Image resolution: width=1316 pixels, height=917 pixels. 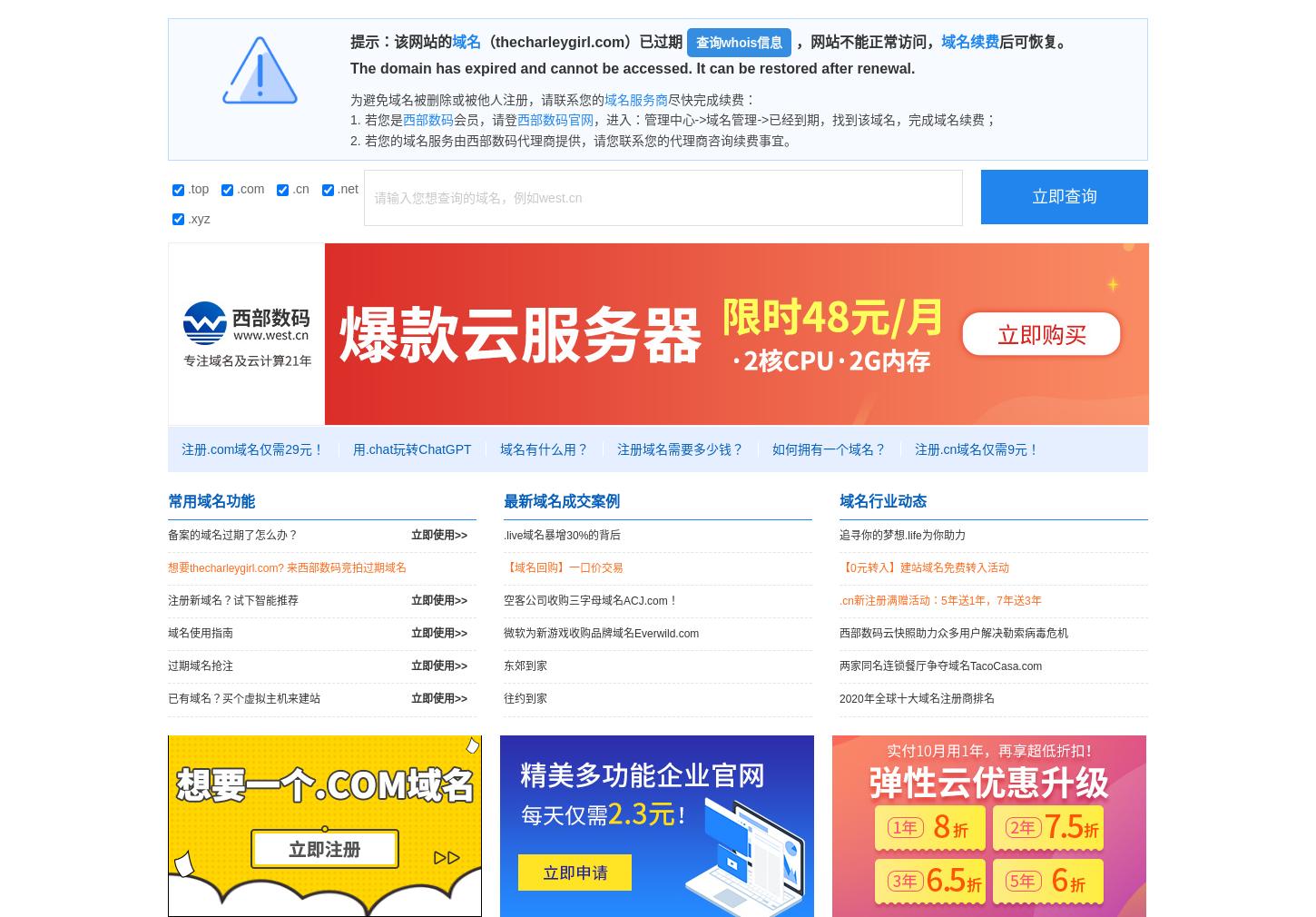 I want to click on '注册.com域名仅需29元！', so click(x=252, y=448).